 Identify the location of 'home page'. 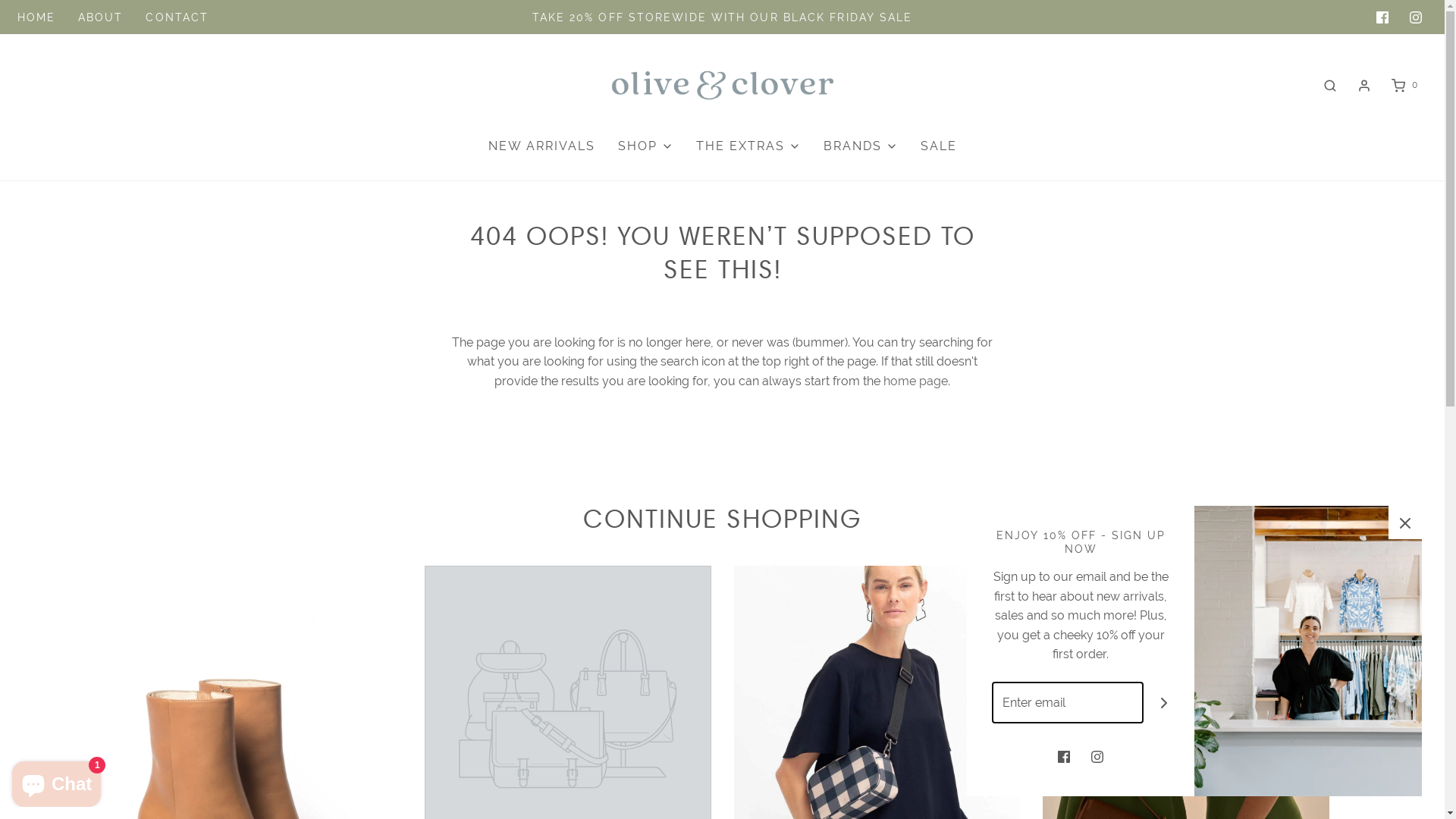
(915, 380).